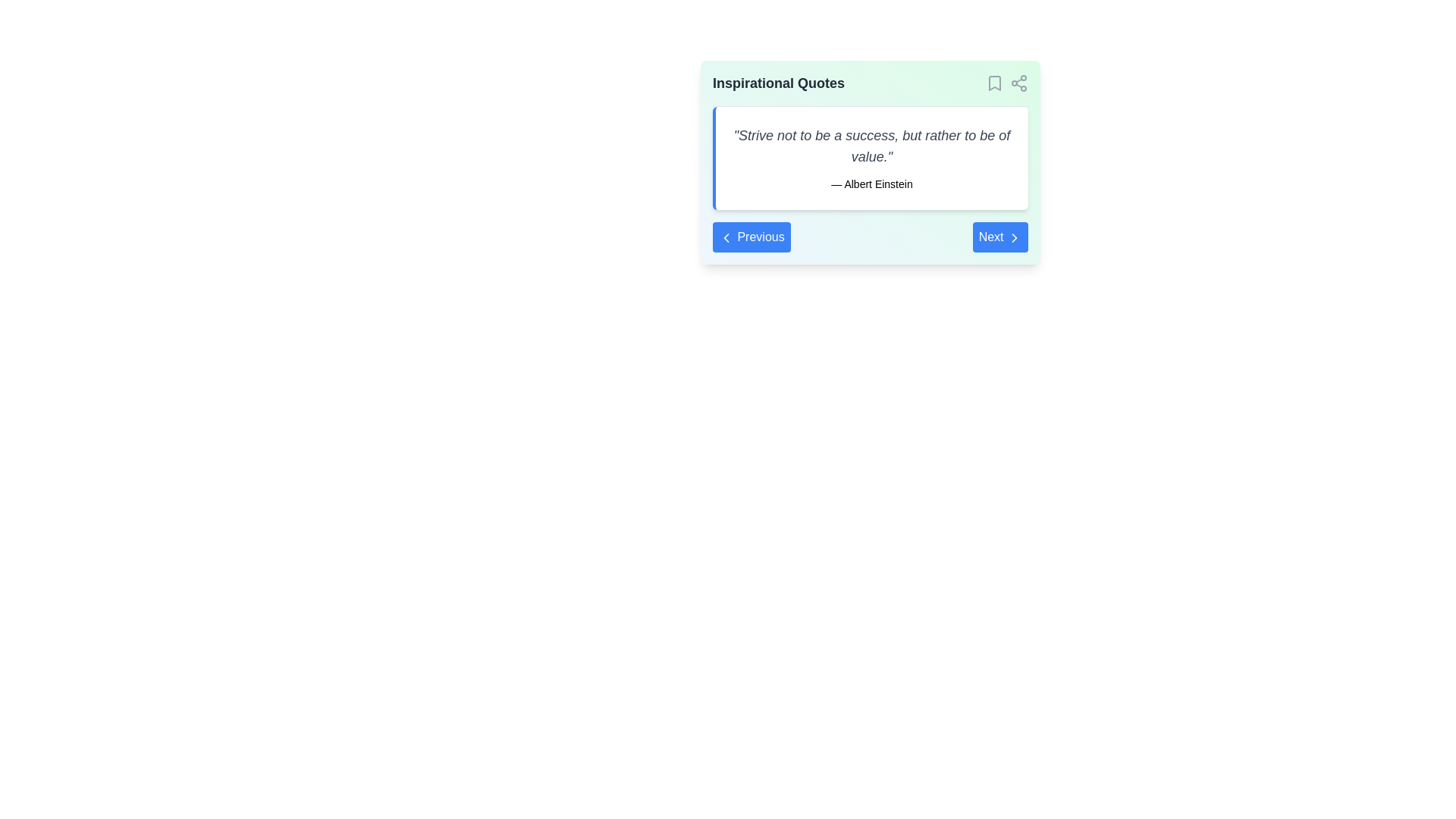  What do you see at coordinates (1007, 83) in the screenshot?
I see `the right icon in the icon group located in the top-right corner of the 'Inspirational Quotes' header to share content` at bounding box center [1007, 83].